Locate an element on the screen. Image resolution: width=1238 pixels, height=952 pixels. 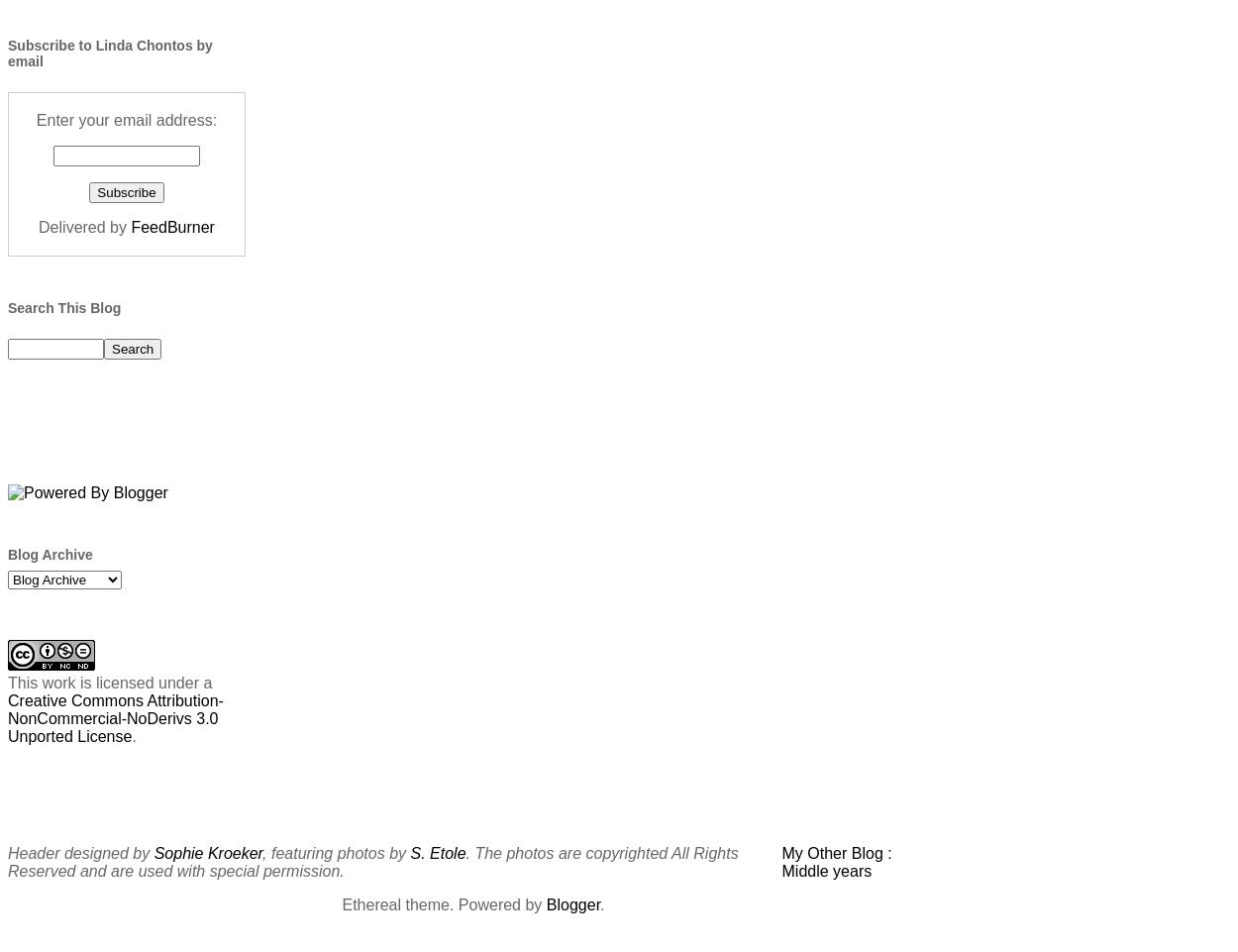
'FeedBurner' is located at coordinates (172, 226).